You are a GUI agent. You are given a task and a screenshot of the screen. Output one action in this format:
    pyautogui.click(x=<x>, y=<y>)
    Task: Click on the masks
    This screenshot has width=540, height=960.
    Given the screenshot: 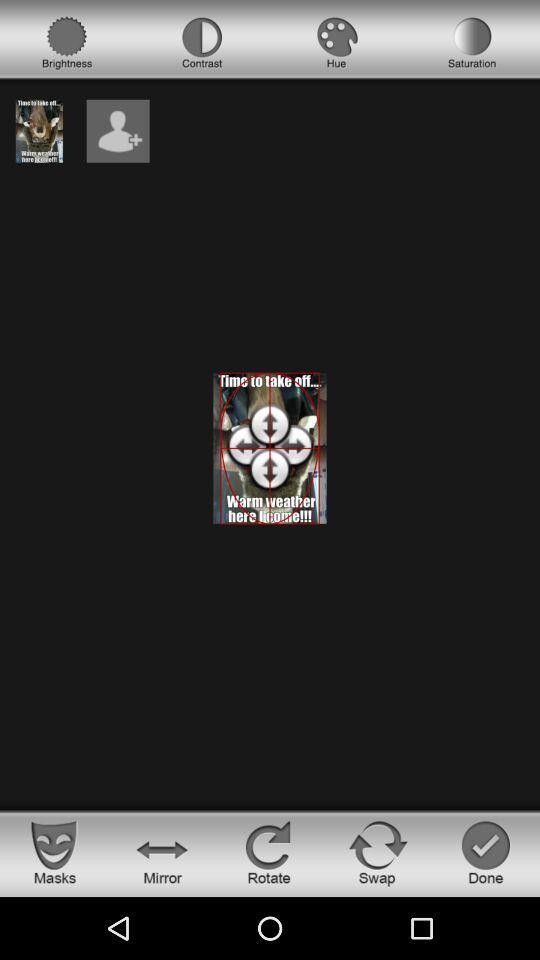 What is the action you would take?
    pyautogui.click(x=54, y=851)
    